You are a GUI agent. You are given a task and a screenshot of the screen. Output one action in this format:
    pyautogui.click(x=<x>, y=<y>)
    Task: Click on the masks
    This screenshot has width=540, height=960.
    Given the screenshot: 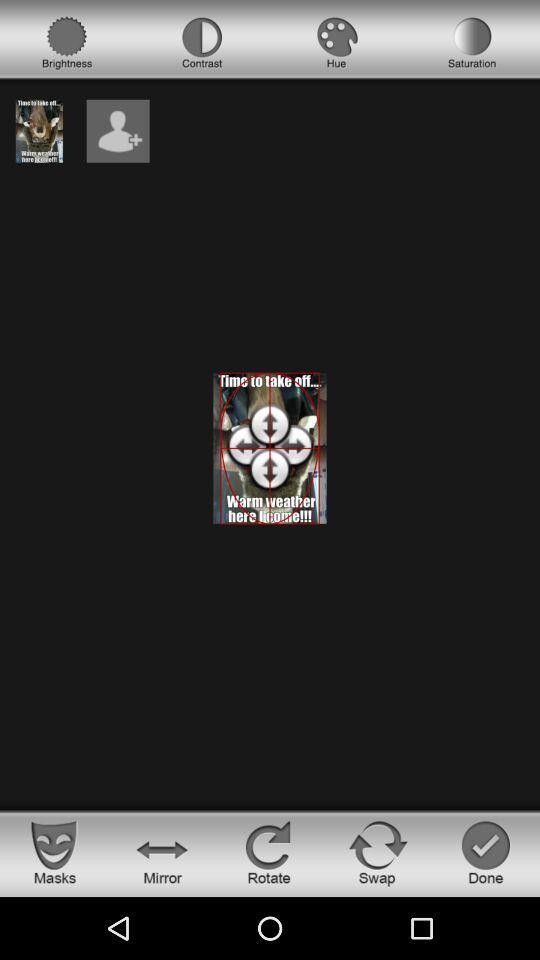 What is the action you would take?
    pyautogui.click(x=54, y=851)
    